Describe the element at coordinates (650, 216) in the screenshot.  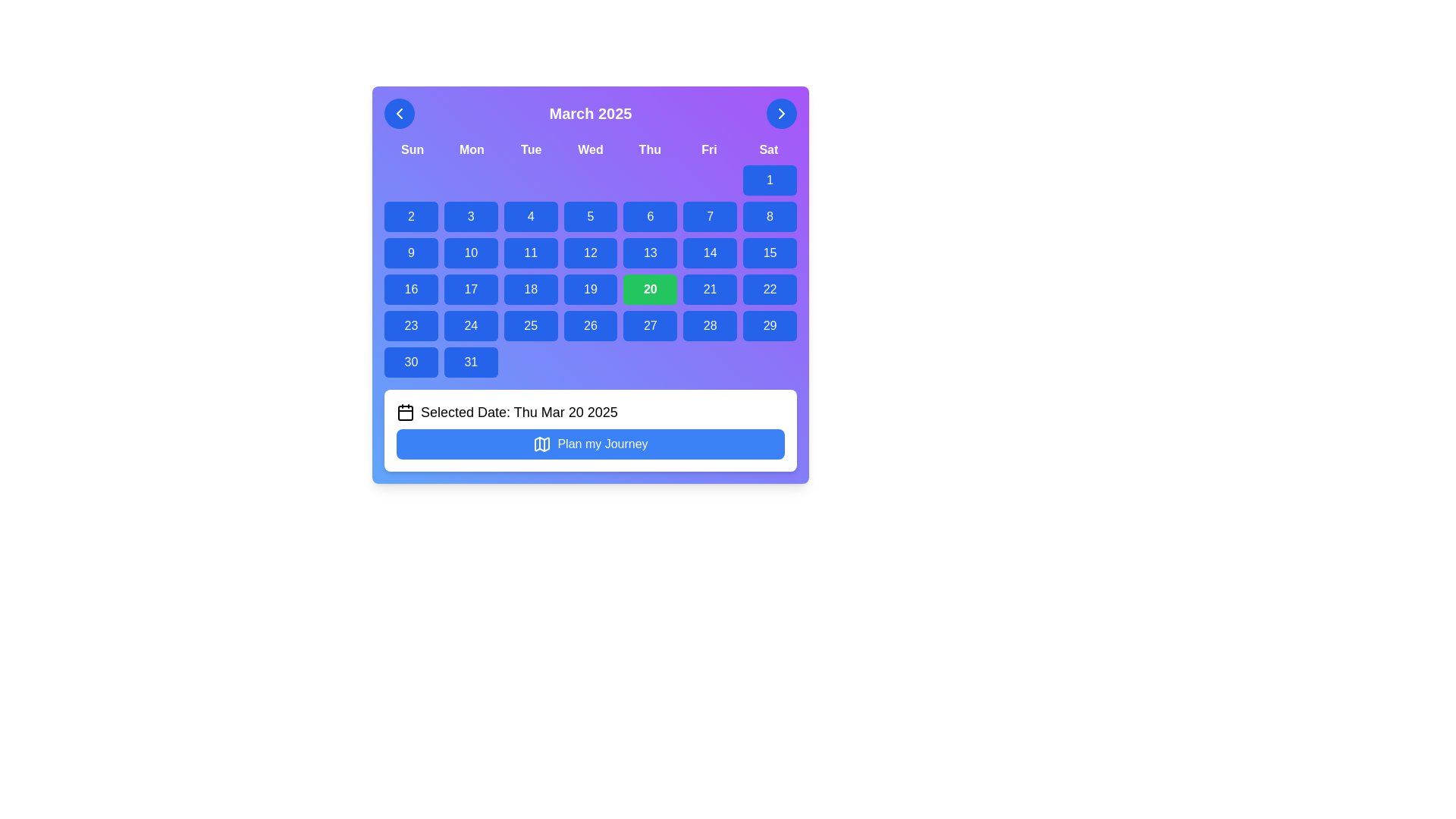
I see `the blue rounded rectangular button labeled '6' in the second row and fifth column of the calendar layout to change its background color` at that location.